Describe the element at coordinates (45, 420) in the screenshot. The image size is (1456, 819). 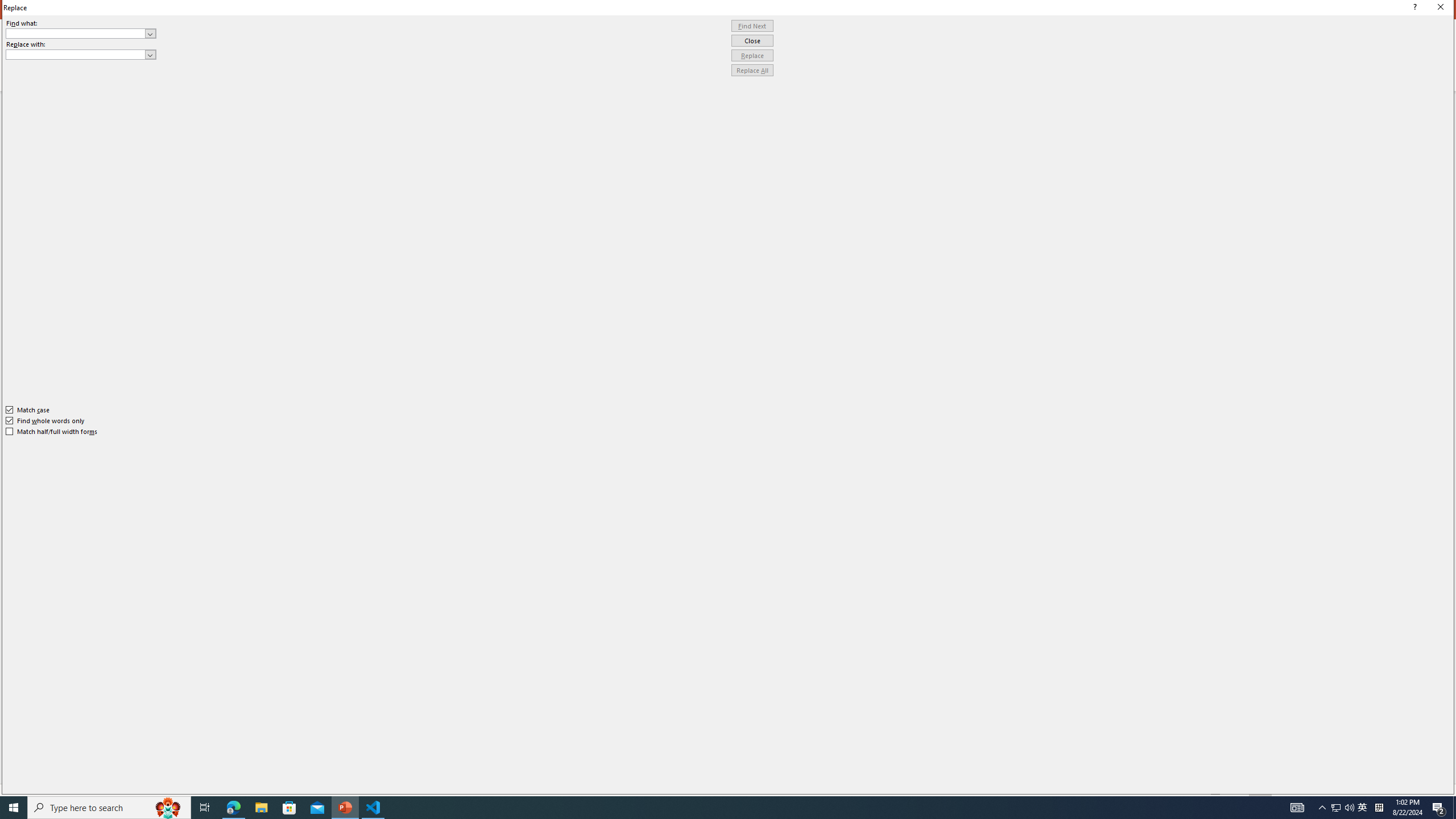
I see `'Find whole words only'` at that location.